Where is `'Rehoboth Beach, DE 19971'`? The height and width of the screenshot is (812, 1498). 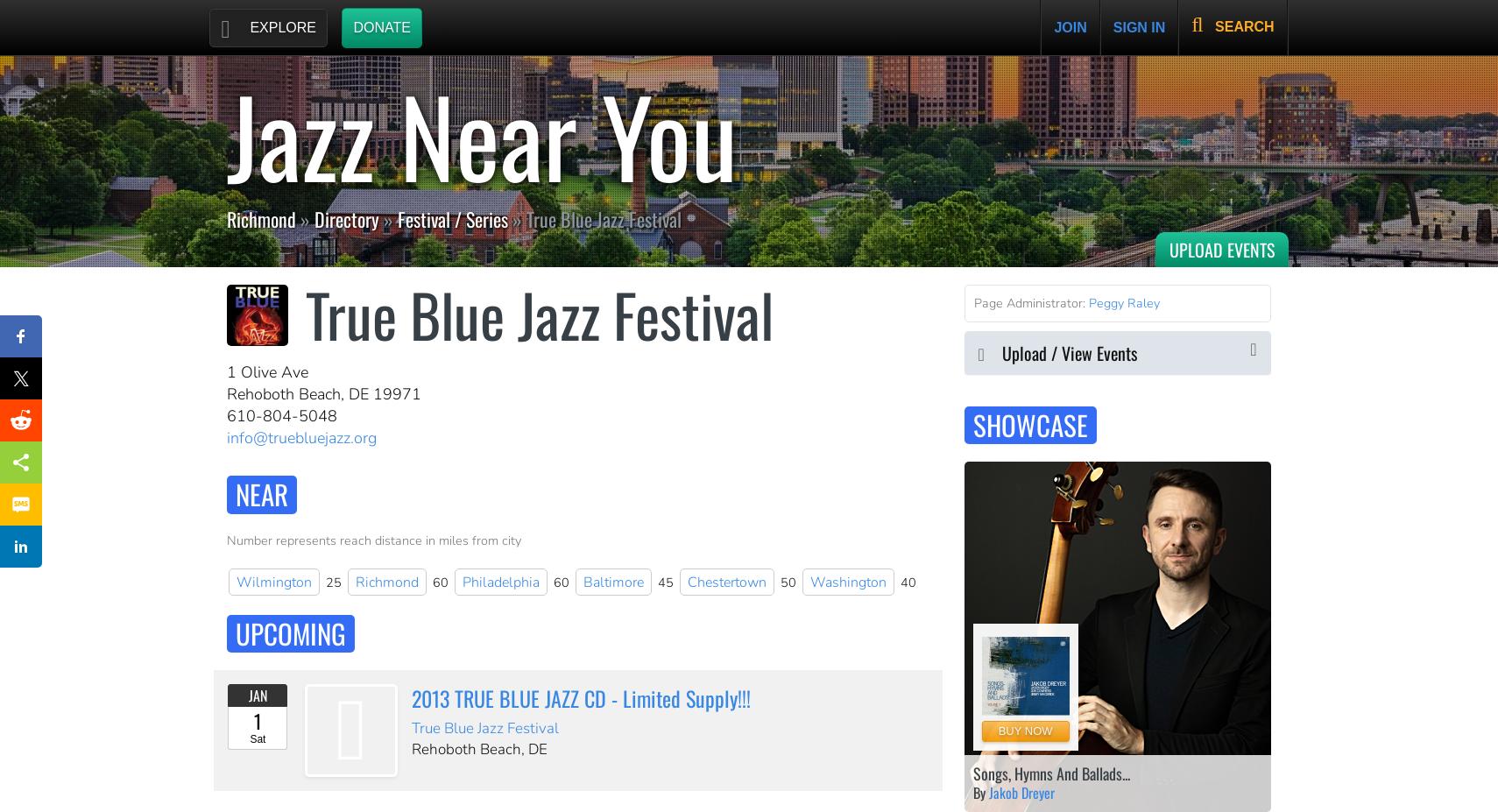 'Rehoboth Beach, DE 19971' is located at coordinates (323, 392).